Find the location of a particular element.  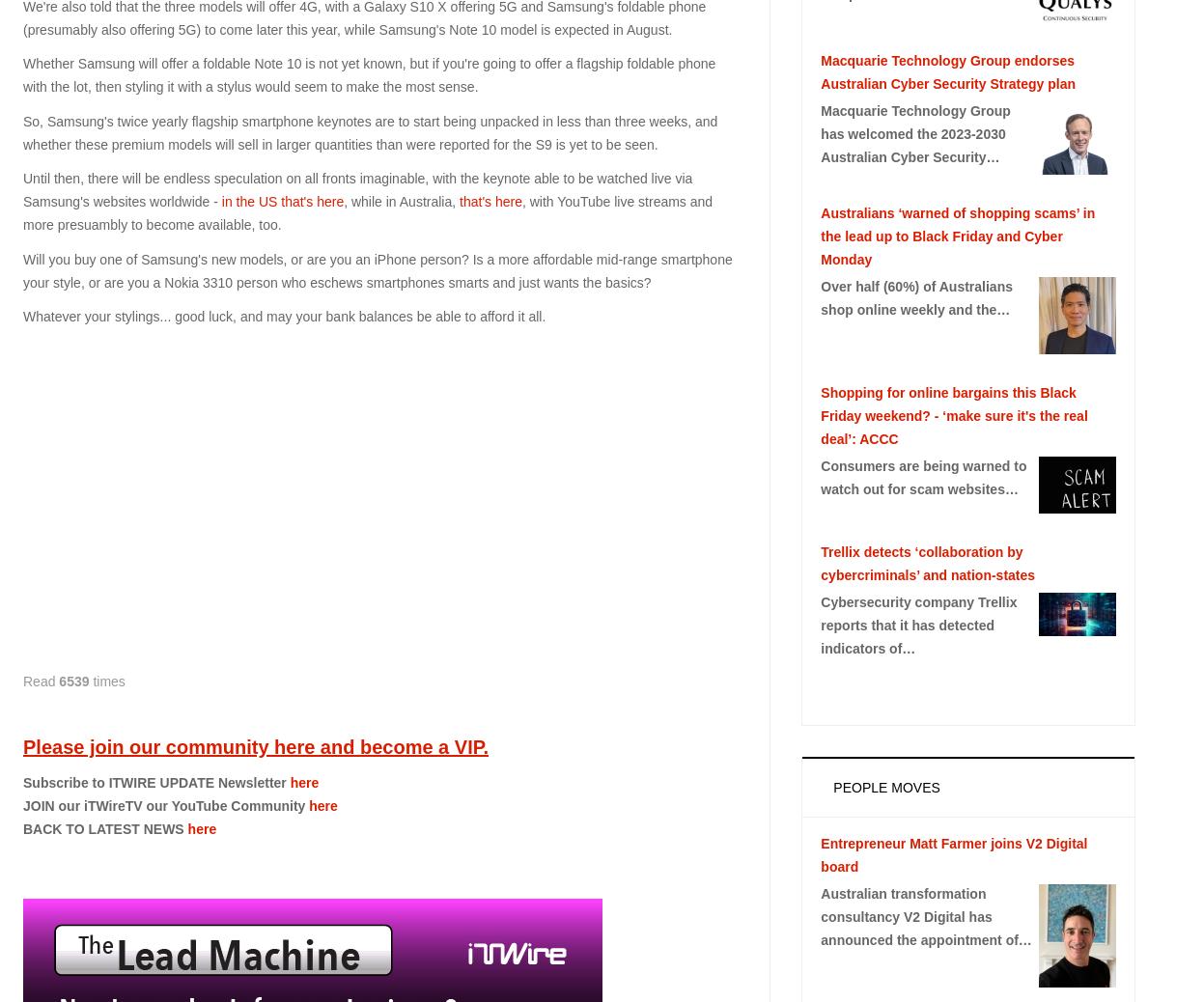

'6539' is located at coordinates (57, 680).